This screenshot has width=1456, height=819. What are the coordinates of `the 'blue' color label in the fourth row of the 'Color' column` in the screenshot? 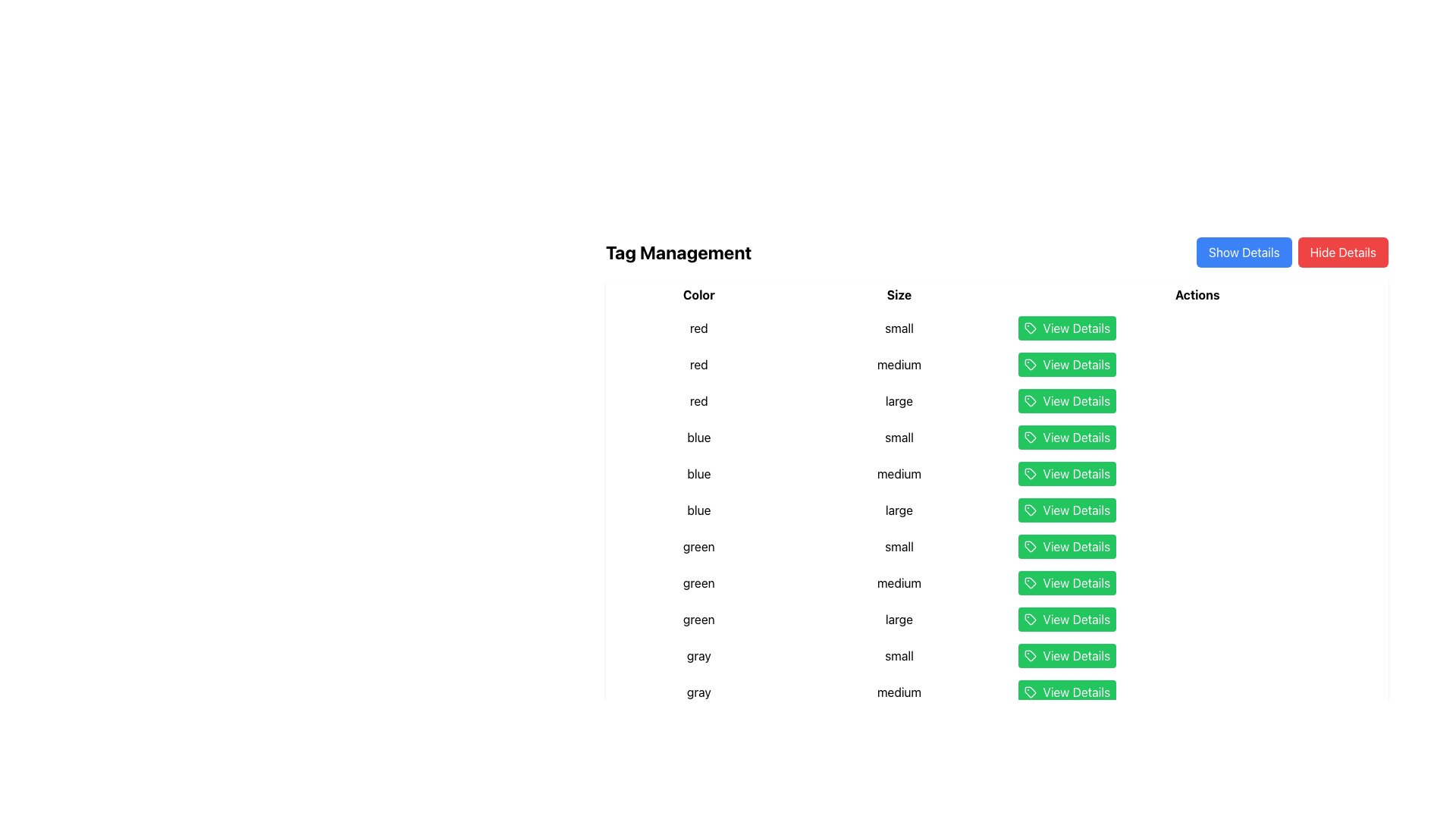 It's located at (698, 438).